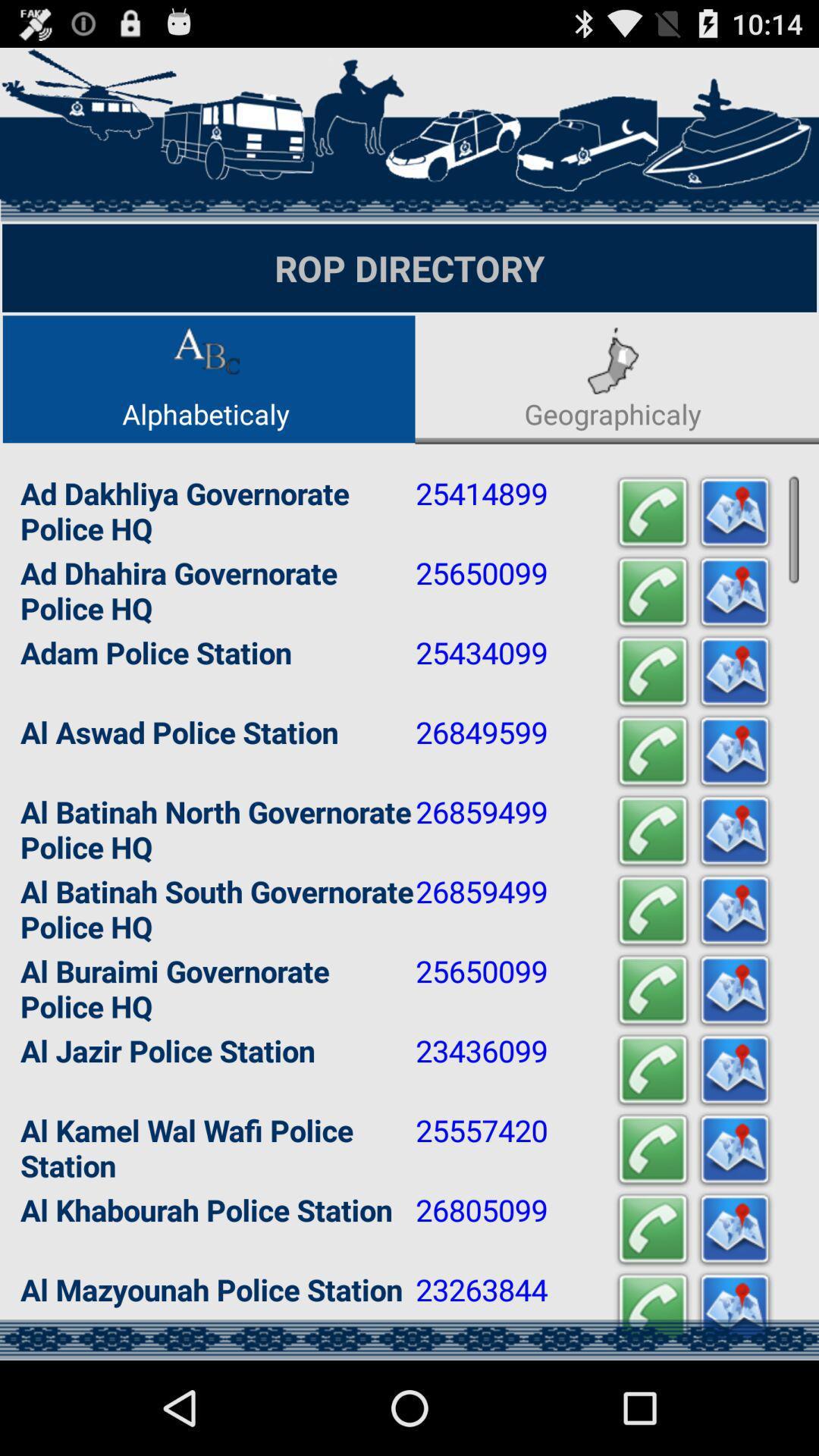 This screenshot has height=1456, width=819. What do you see at coordinates (651, 513) in the screenshot?
I see `phone` at bounding box center [651, 513].